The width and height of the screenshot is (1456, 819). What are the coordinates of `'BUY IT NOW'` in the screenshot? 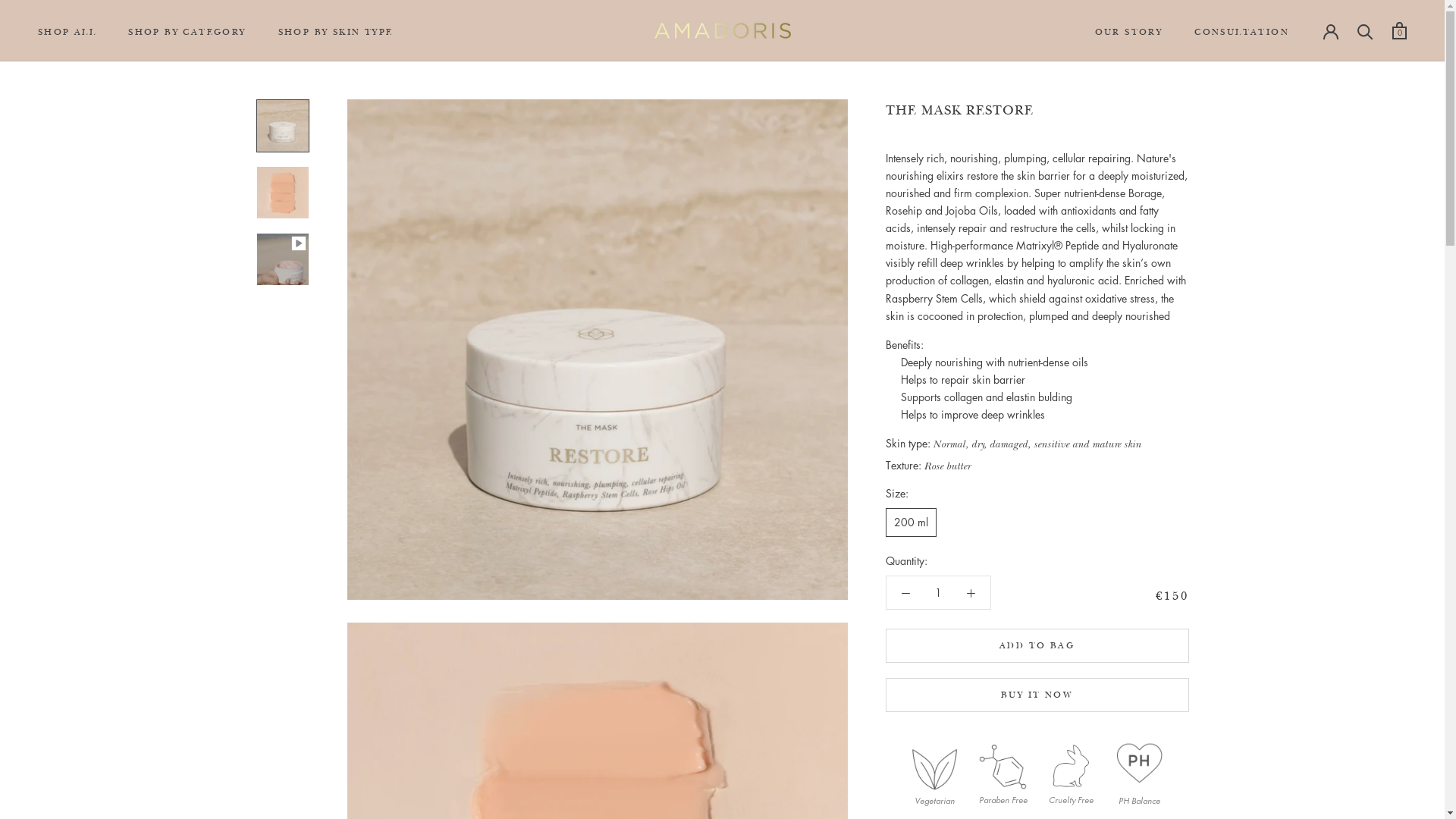 It's located at (1037, 695).